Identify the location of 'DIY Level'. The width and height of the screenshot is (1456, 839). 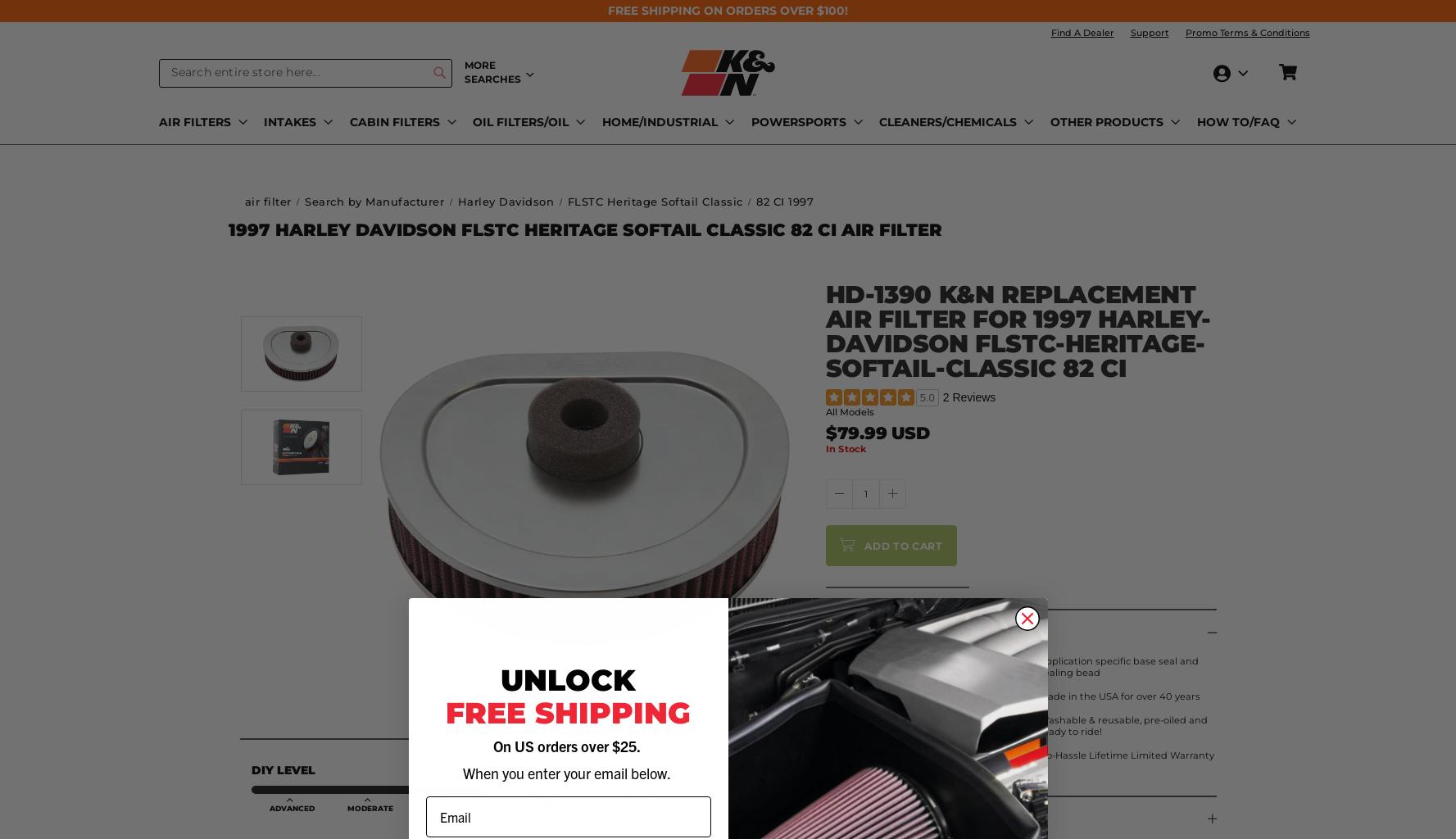
(249, 769).